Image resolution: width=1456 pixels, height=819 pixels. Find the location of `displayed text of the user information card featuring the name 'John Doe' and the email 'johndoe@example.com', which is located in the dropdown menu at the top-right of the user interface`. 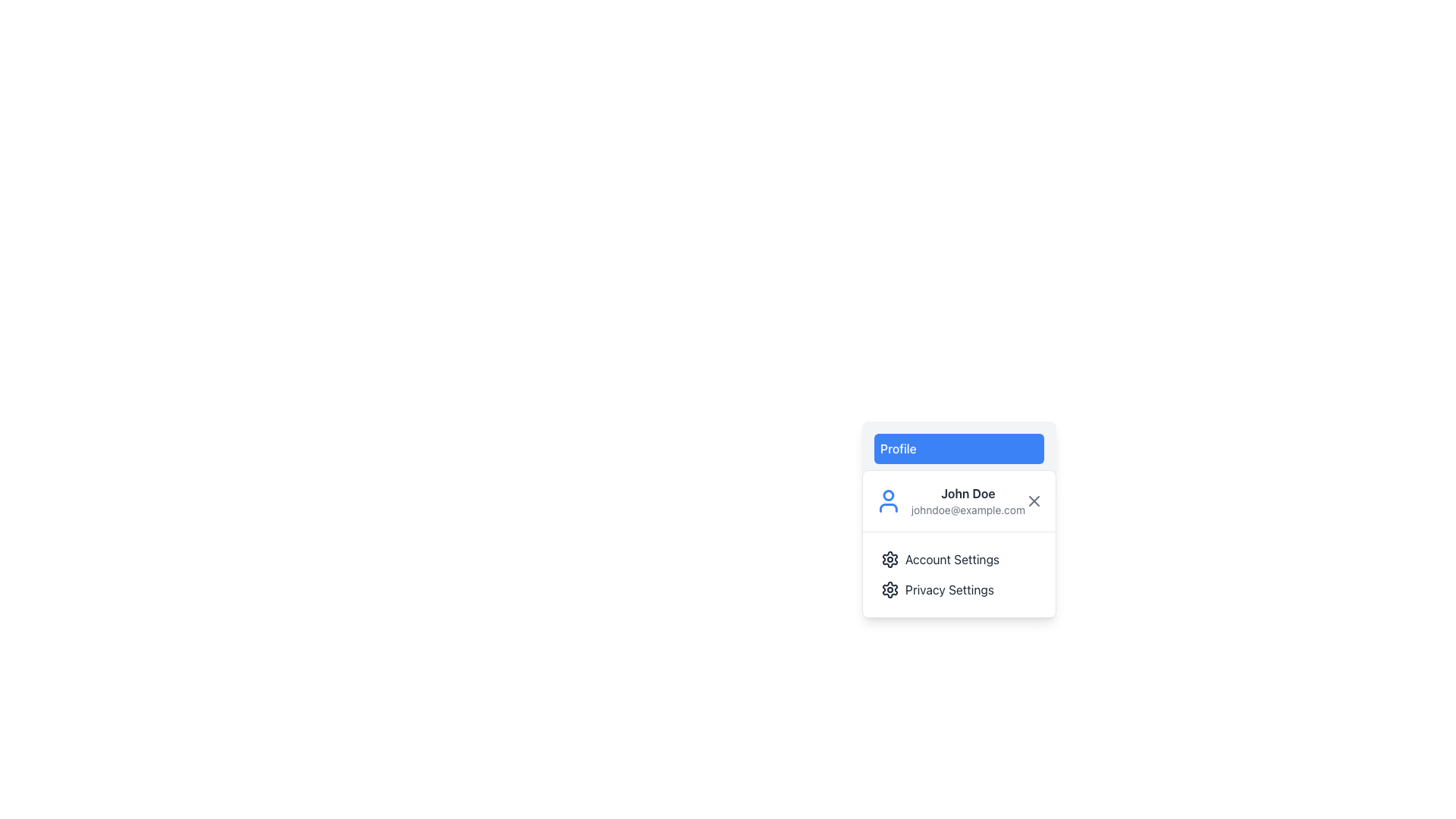

displayed text of the user information card featuring the name 'John Doe' and the email 'johndoe@example.com', which is located in the dropdown menu at the top-right of the user interface is located at coordinates (967, 500).